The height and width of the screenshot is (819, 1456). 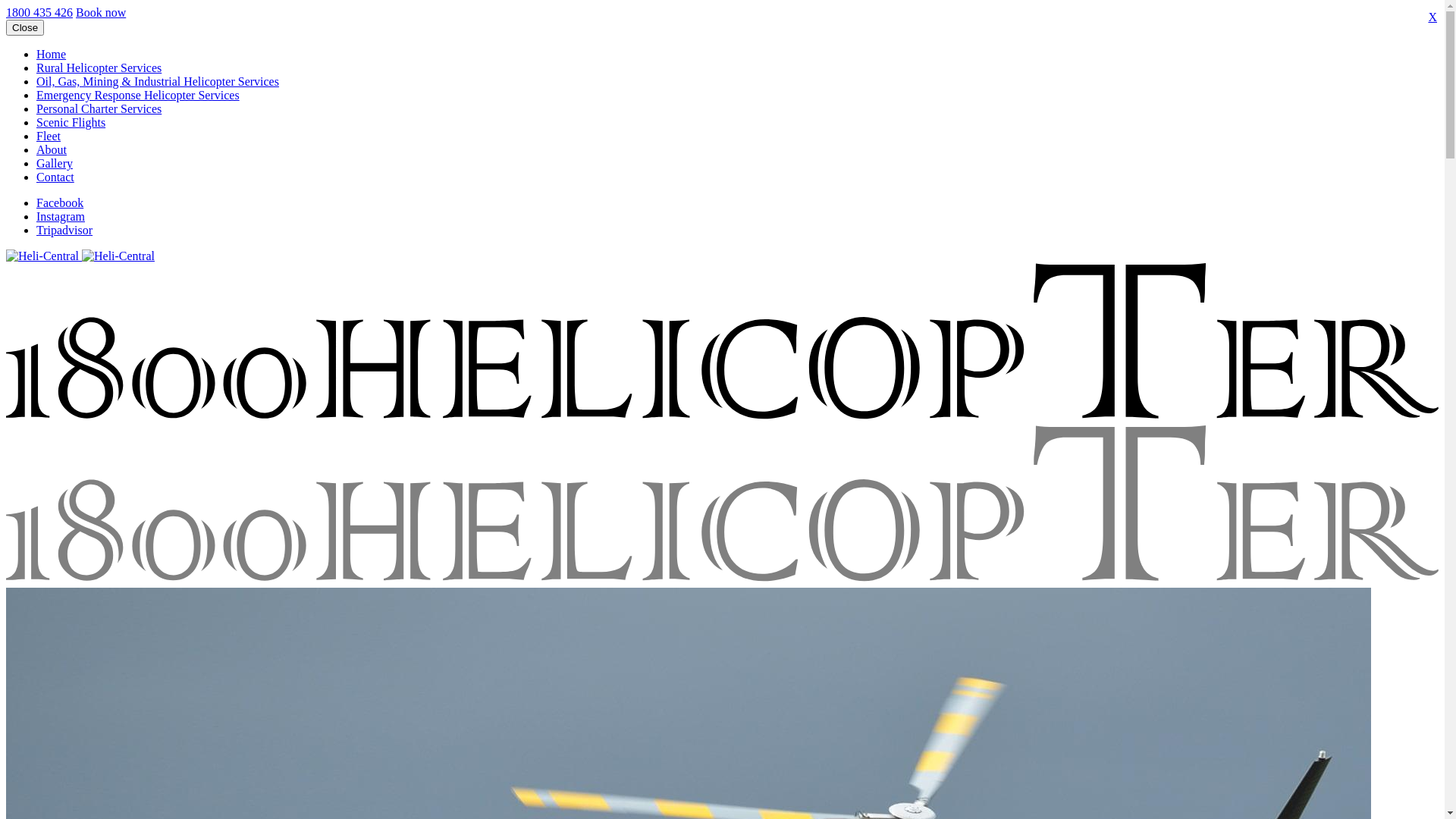 I want to click on 'Gallery', so click(x=36, y=163).